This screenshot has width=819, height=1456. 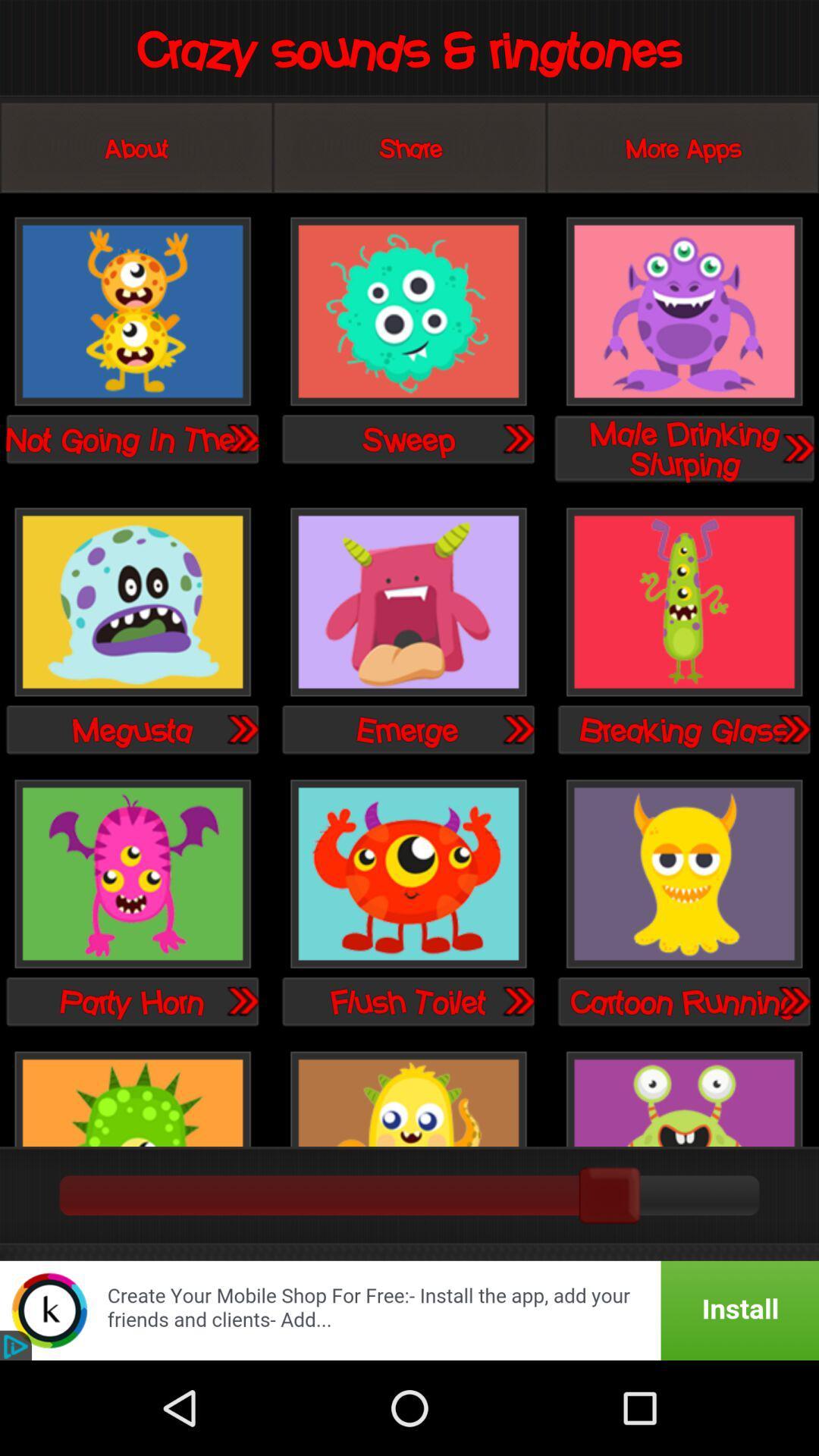 I want to click on option, so click(x=407, y=1097).